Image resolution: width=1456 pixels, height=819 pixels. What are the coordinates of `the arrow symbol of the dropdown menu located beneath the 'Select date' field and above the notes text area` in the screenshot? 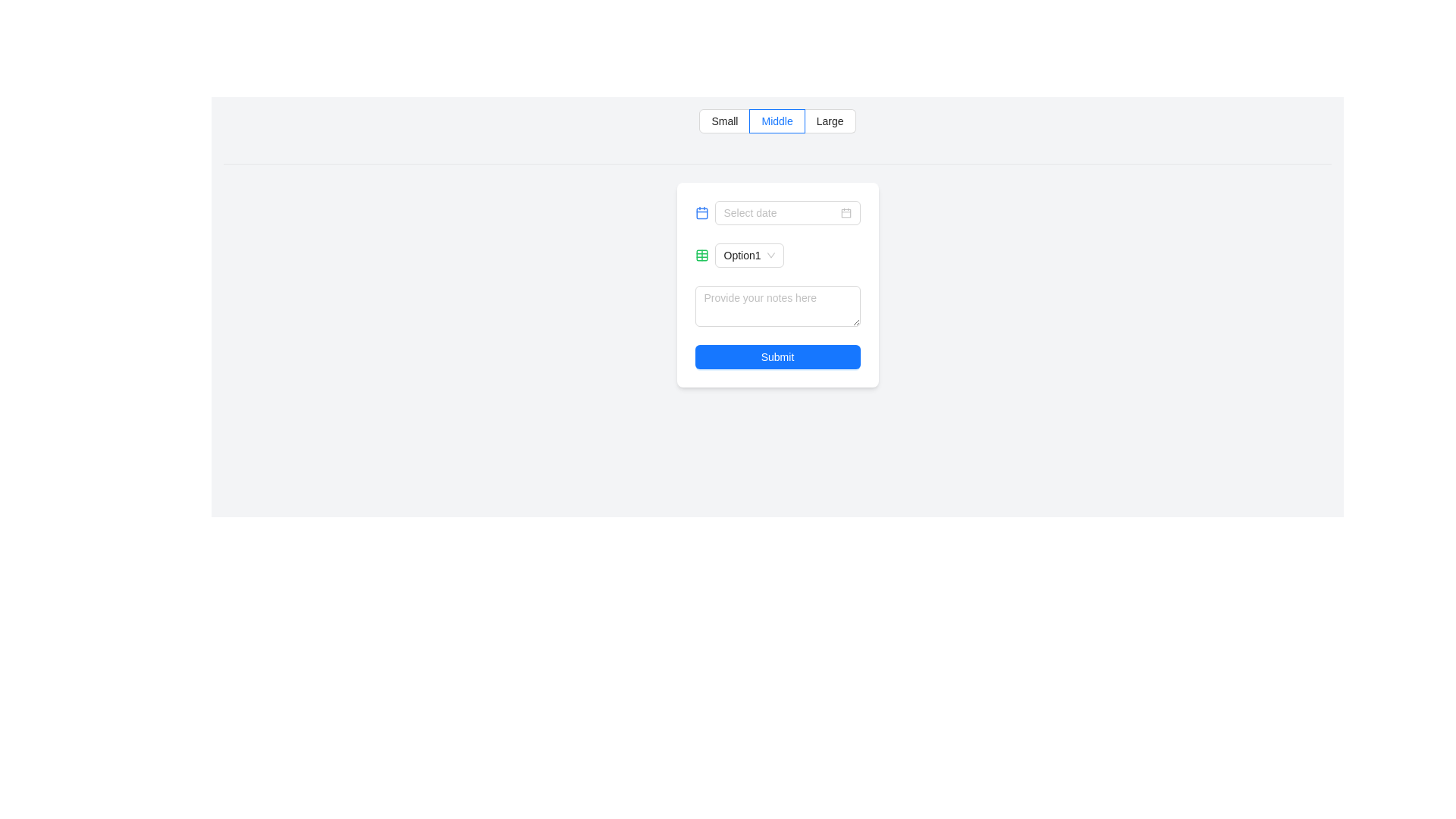 It's located at (749, 254).